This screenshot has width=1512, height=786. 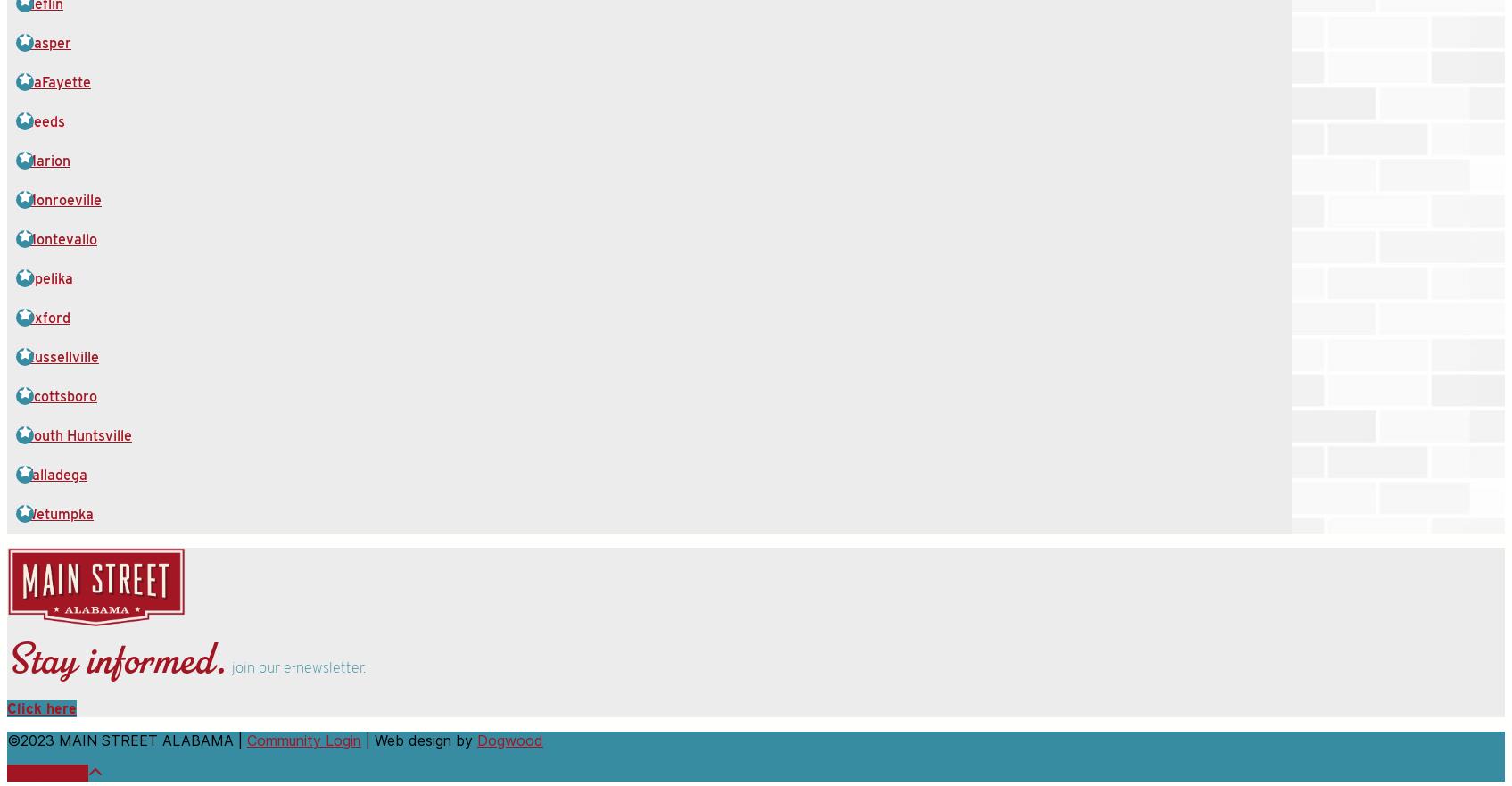 I want to click on 'Click here', so click(x=41, y=707).